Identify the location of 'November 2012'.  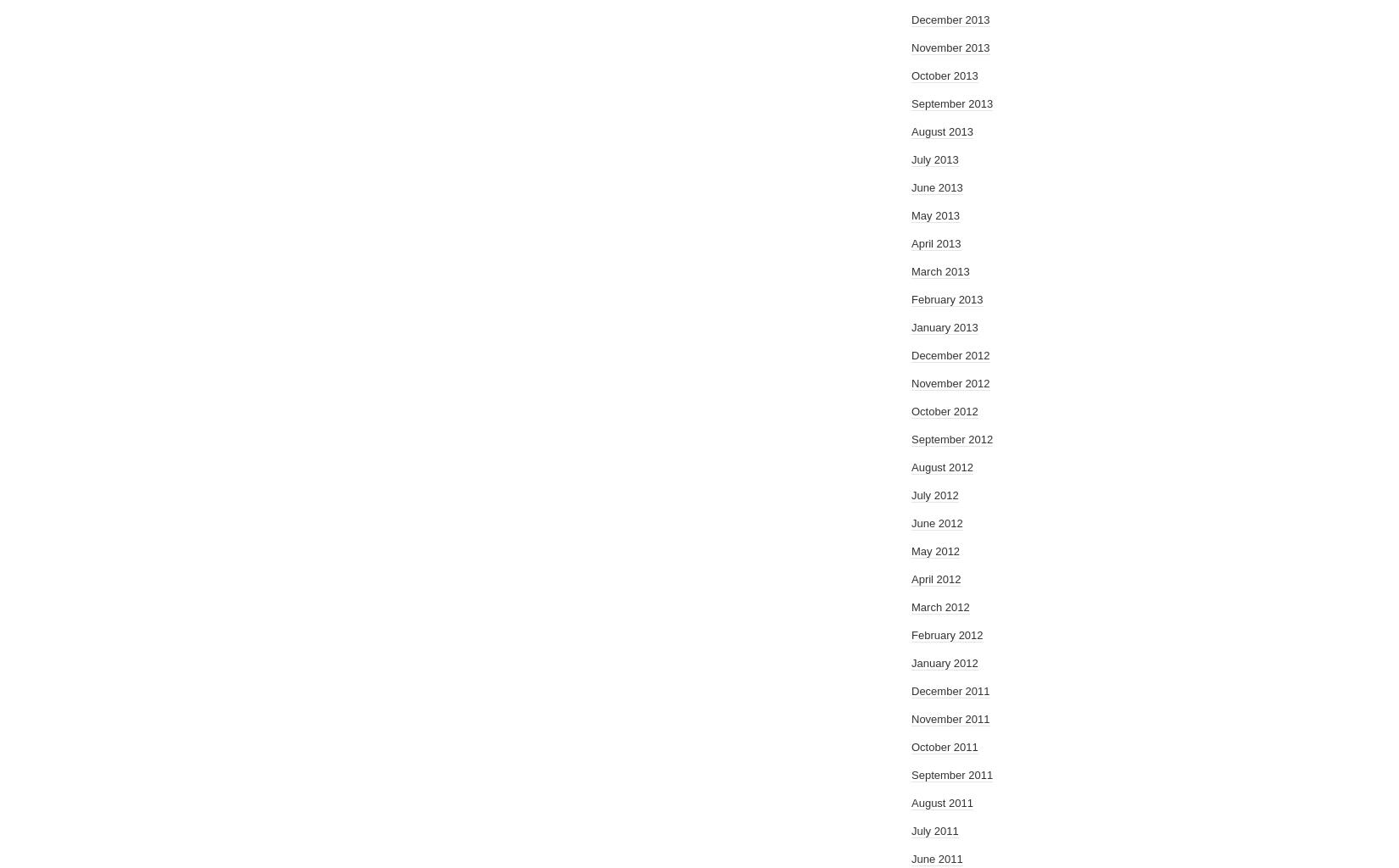
(950, 383).